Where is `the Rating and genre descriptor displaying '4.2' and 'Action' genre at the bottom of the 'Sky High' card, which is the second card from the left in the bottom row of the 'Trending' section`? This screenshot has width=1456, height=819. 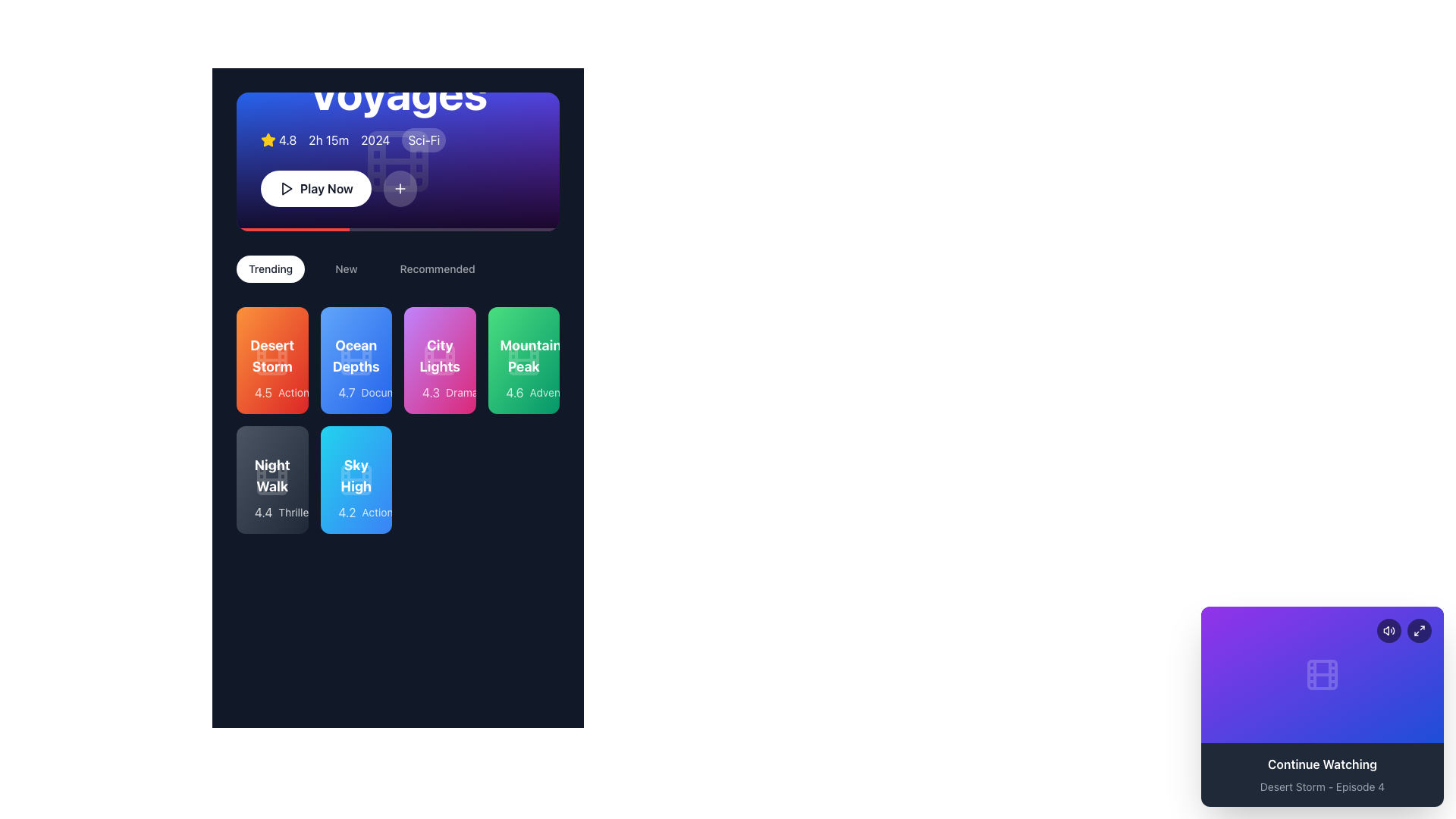 the Rating and genre descriptor displaying '4.2' and 'Action' genre at the bottom of the 'Sky High' card, which is the second card from the left in the bottom row of the 'Trending' section is located at coordinates (355, 512).